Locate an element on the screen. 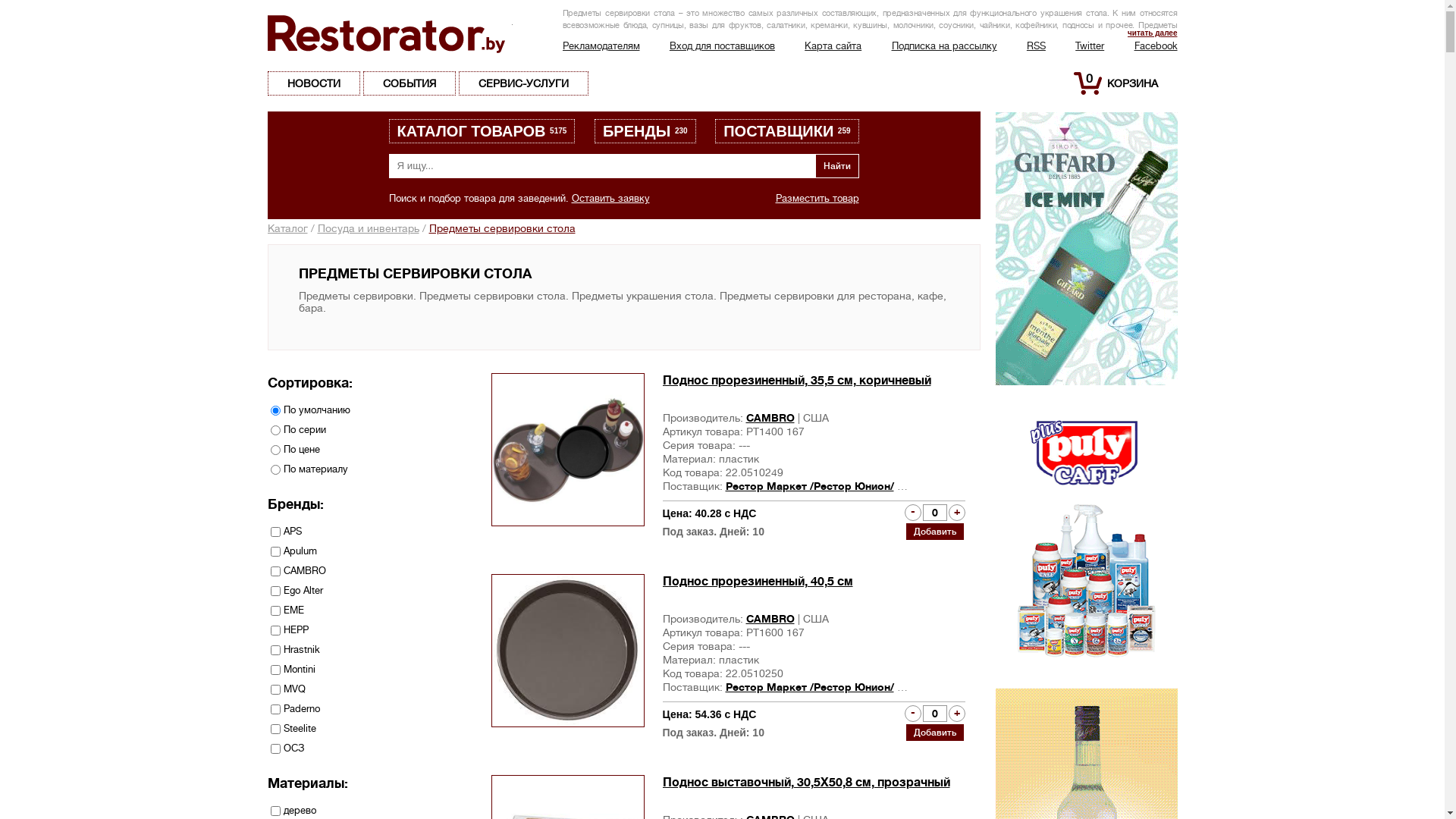 This screenshot has width=1456, height=819. 'Twitter' is located at coordinates (1074, 45).